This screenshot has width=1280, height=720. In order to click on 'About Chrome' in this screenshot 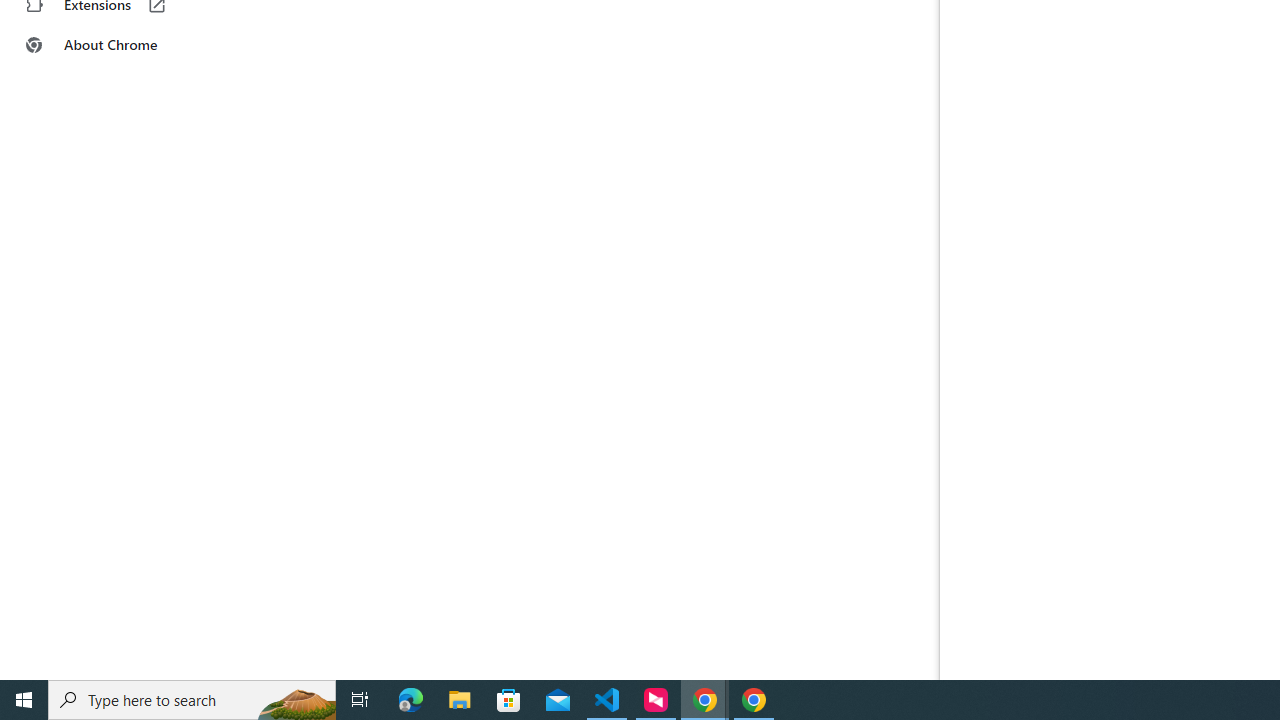, I will do `click(123, 45)`.